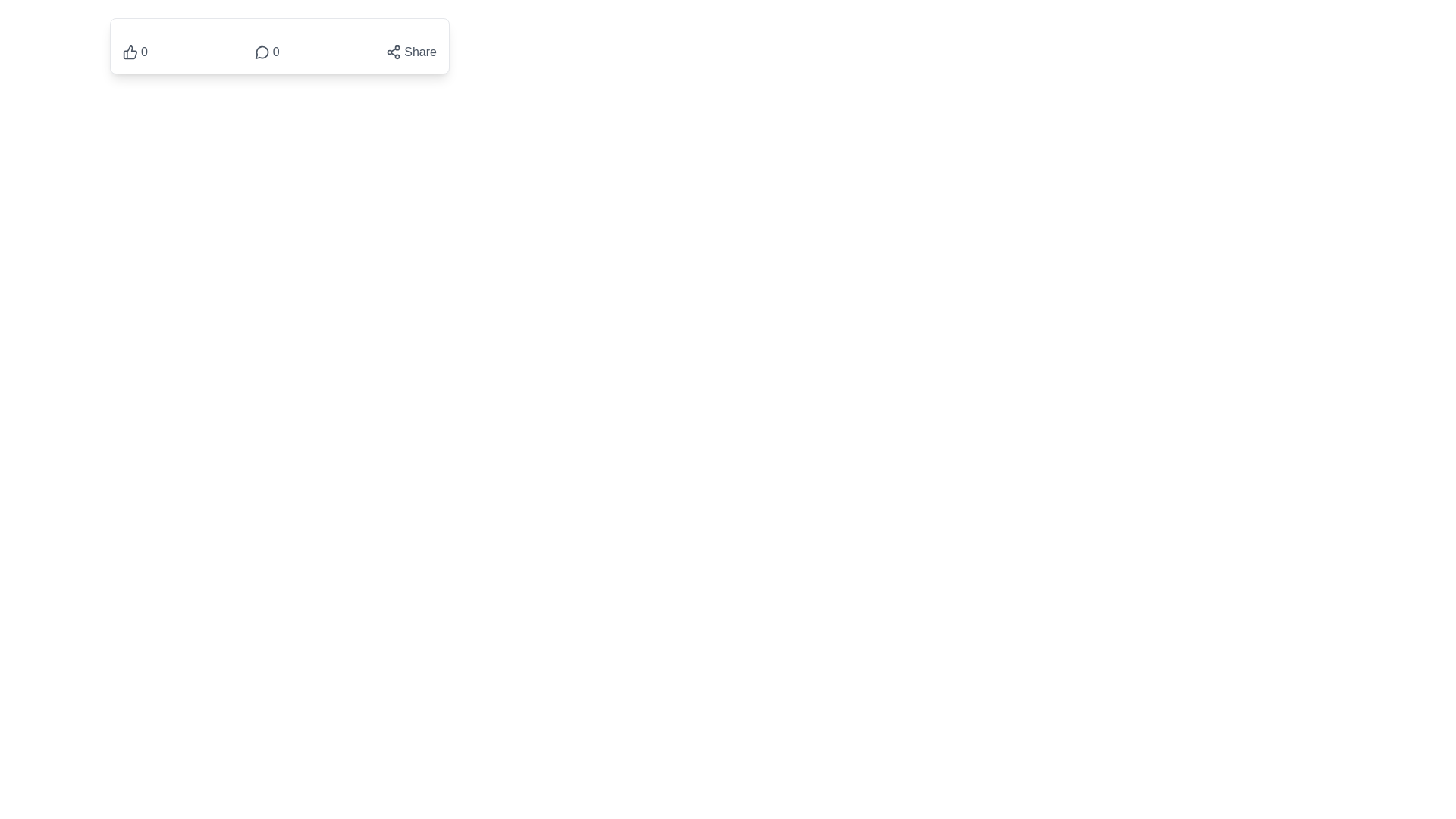  Describe the element at coordinates (135, 52) in the screenshot. I see `the first interactive element representing the count of 'likes' or 'upvotes' to change its color` at that location.